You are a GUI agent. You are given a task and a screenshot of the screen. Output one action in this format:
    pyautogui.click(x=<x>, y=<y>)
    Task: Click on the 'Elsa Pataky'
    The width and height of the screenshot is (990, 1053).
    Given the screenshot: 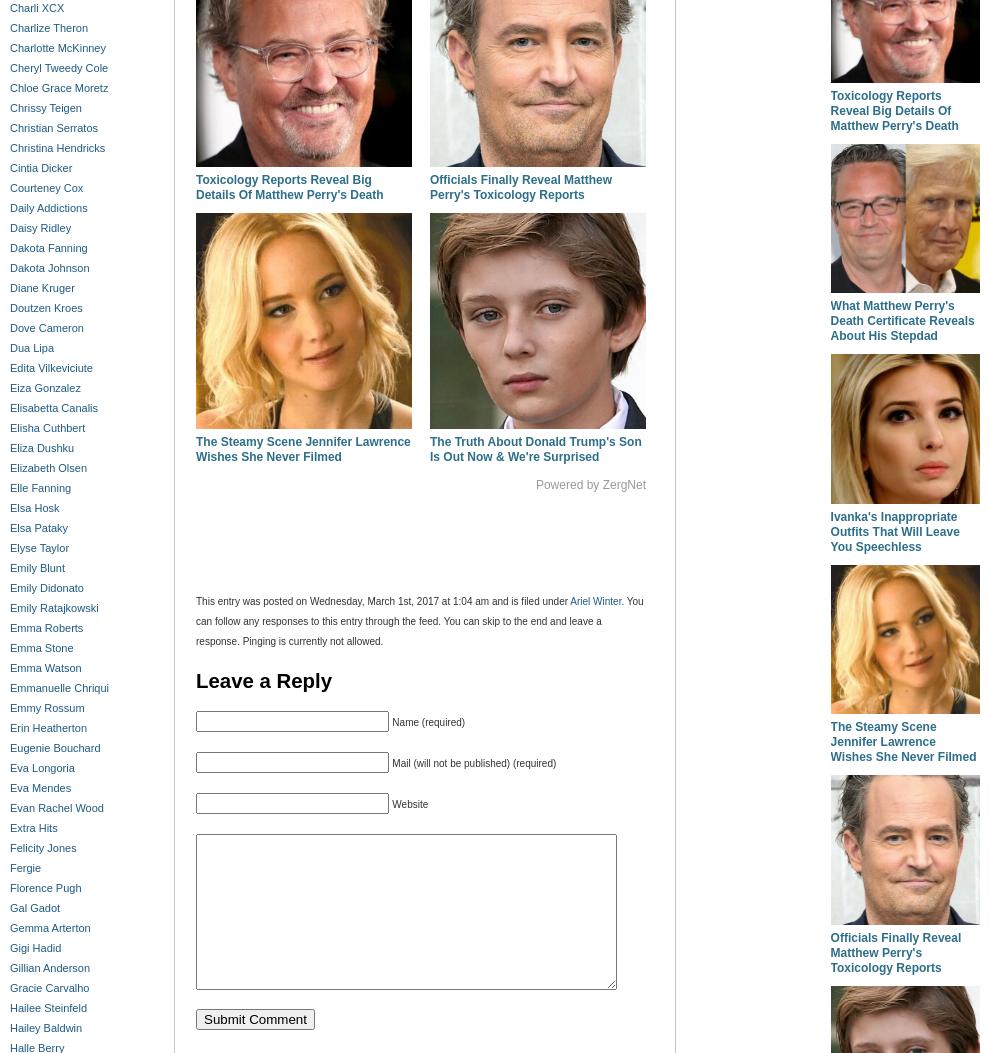 What is the action you would take?
    pyautogui.click(x=38, y=526)
    